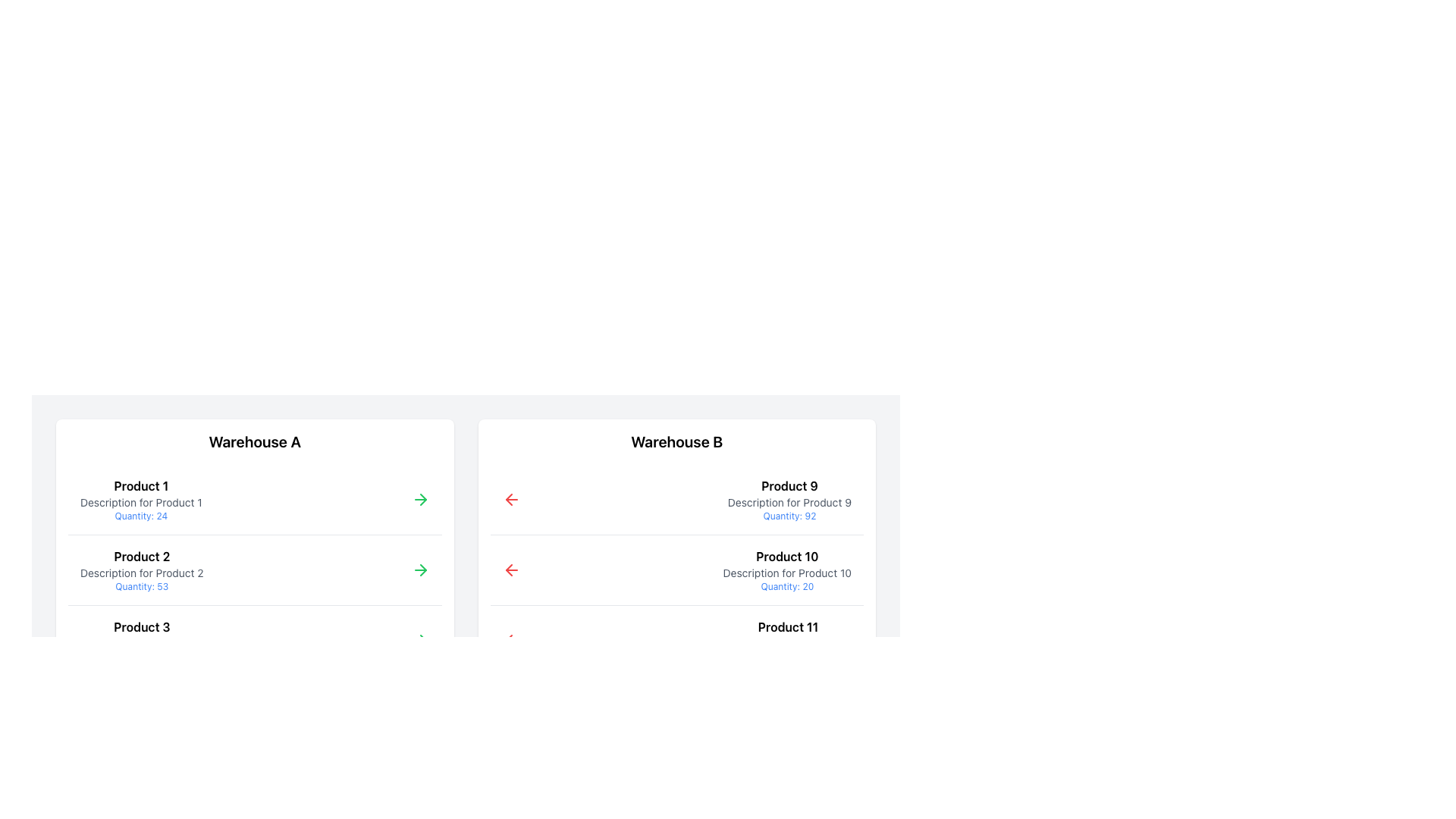 The height and width of the screenshot is (819, 1456). Describe the element at coordinates (420, 500) in the screenshot. I see `the navigational arrow icon next to the 'Quantity: 24' text in the 'Product 1' listing` at that location.